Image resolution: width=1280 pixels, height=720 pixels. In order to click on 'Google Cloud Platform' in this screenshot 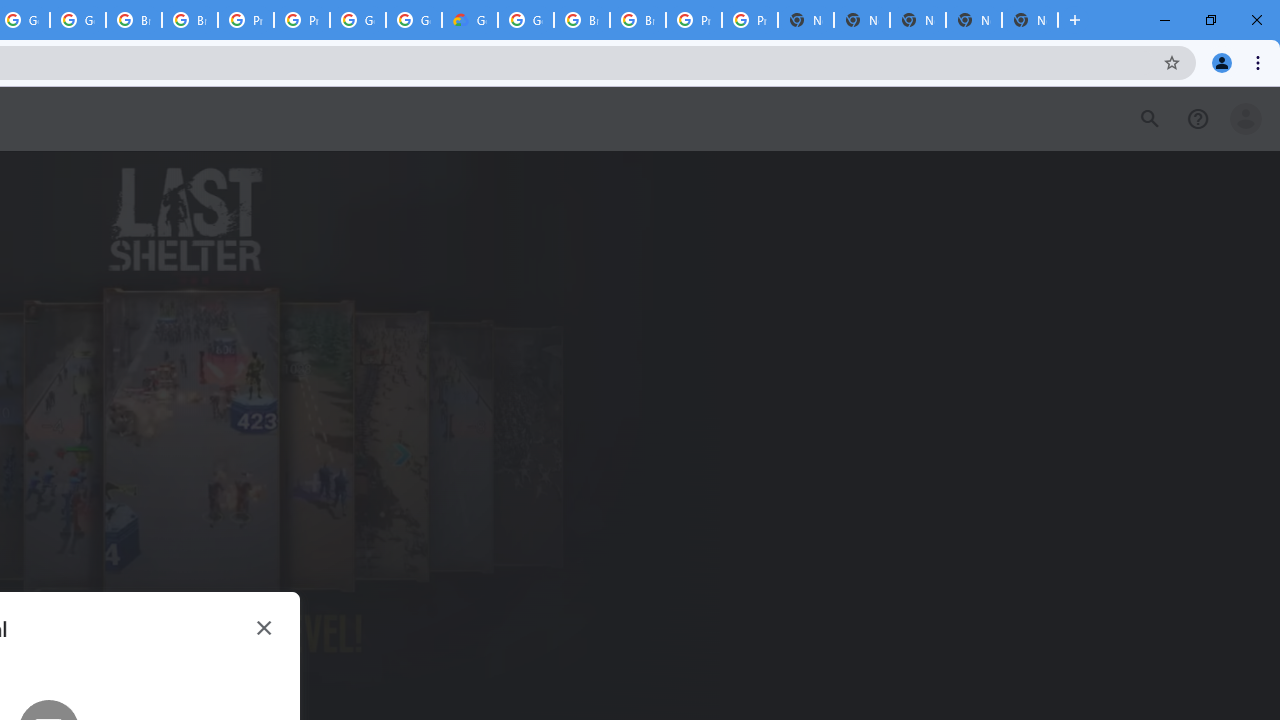, I will do `click(526, 20)`.